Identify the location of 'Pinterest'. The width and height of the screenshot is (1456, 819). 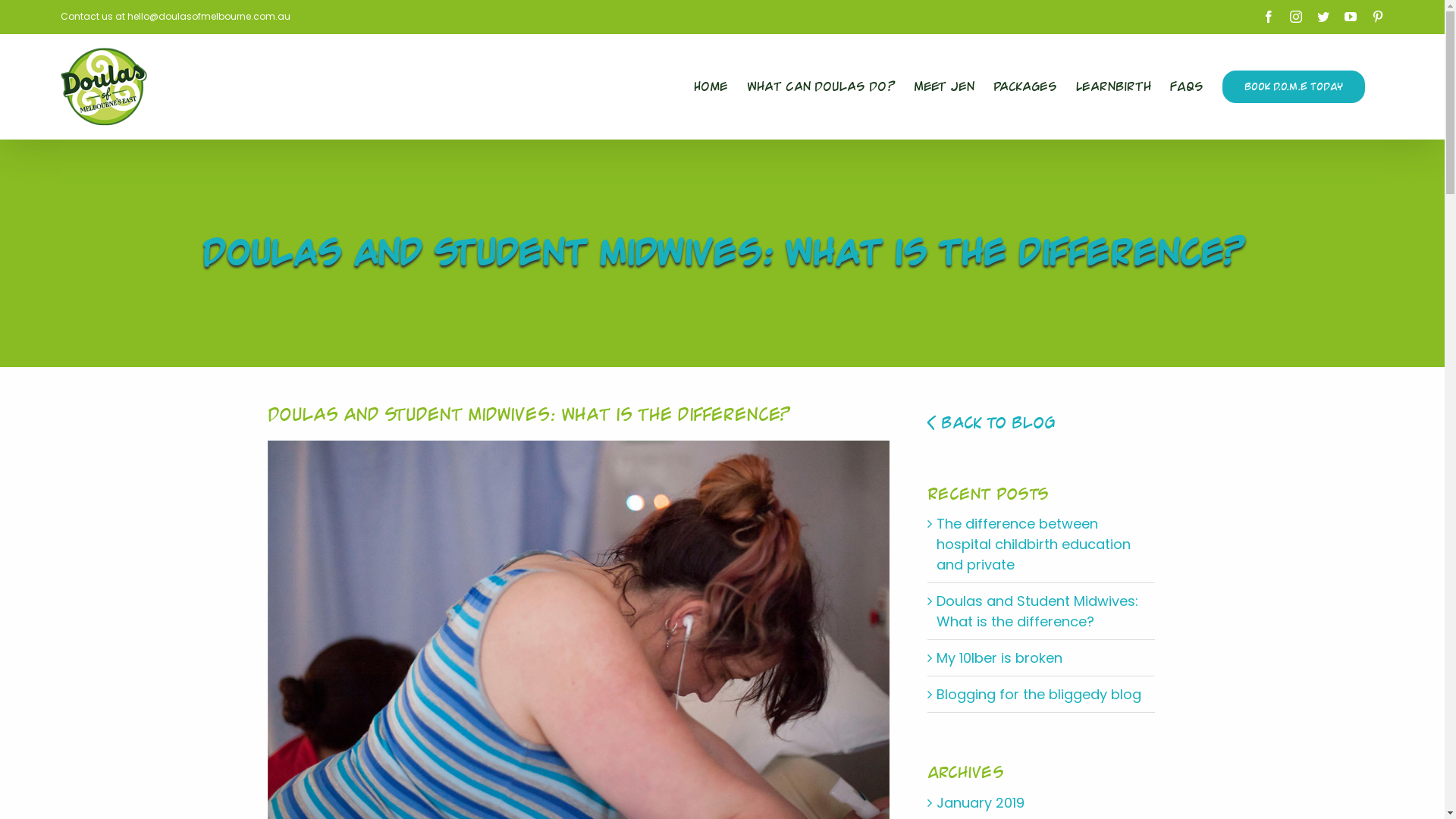
(1372, 17).